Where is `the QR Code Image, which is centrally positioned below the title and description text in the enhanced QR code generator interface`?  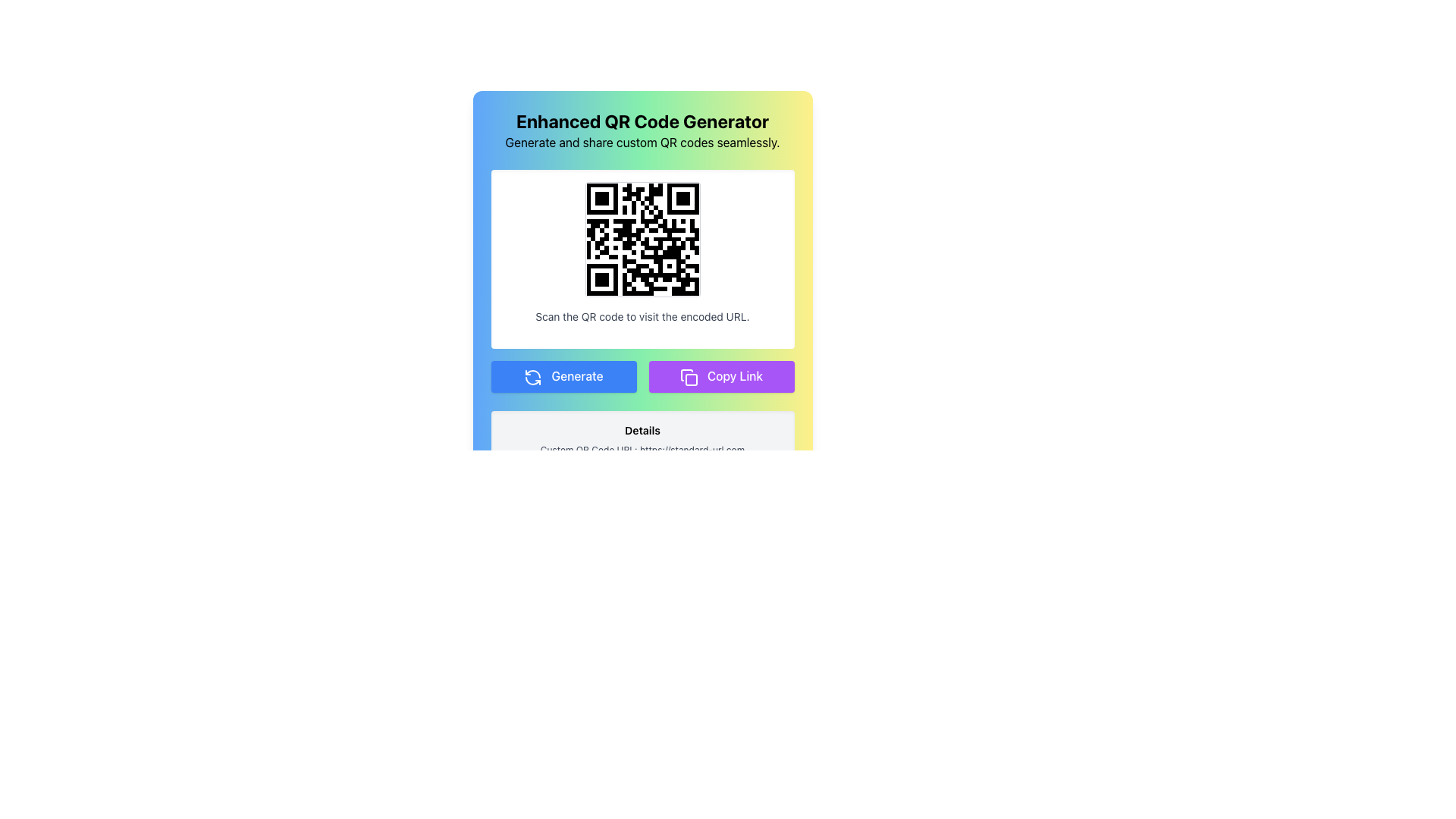
the QR Code Image, which is centrally positioned below the title and description text in the enhanced QR code generator interface is located at coordinates (642, 245).